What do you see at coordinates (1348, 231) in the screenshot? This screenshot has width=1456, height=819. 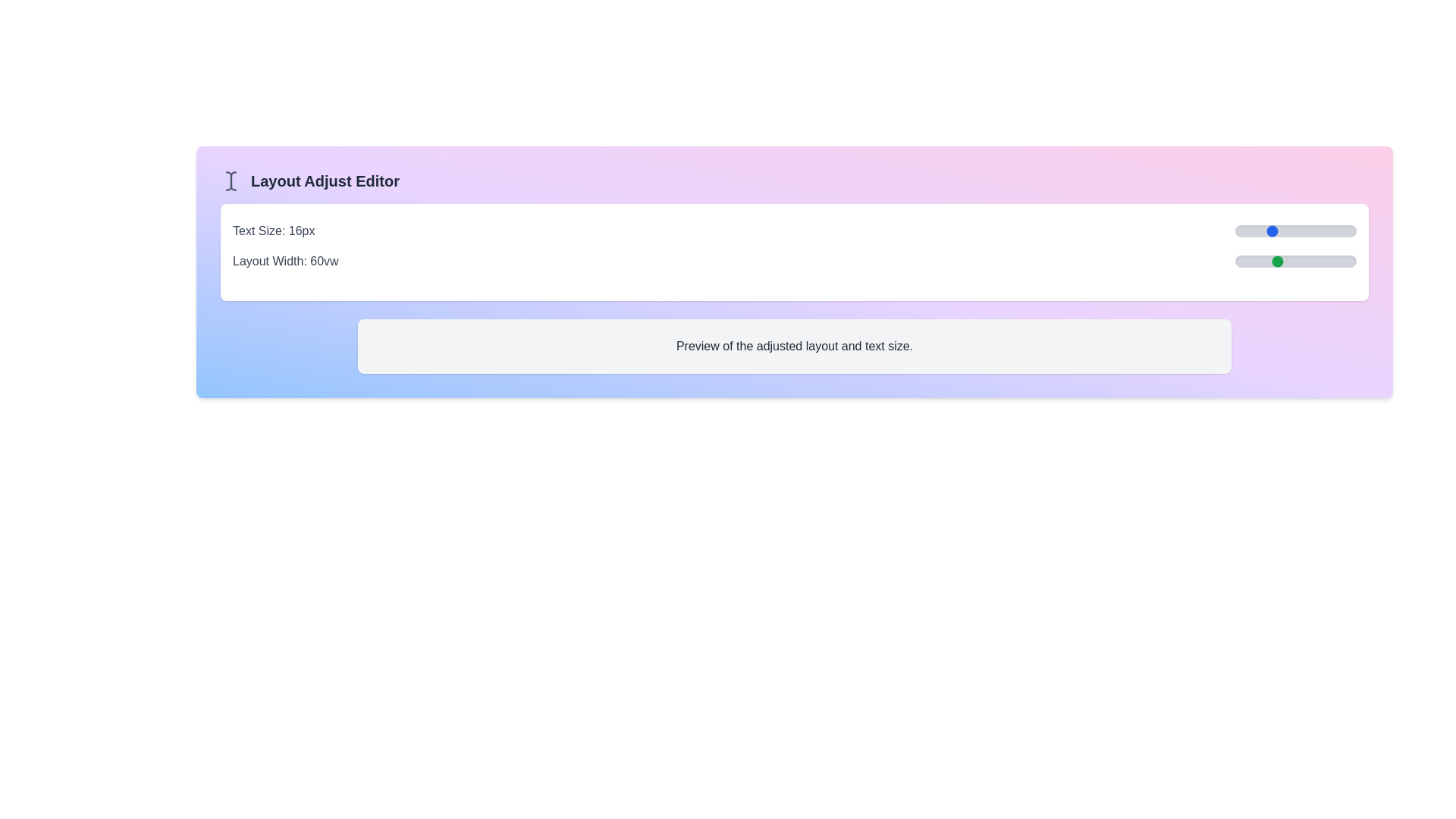 I see `the text size` at bounding box center [1348, 231].